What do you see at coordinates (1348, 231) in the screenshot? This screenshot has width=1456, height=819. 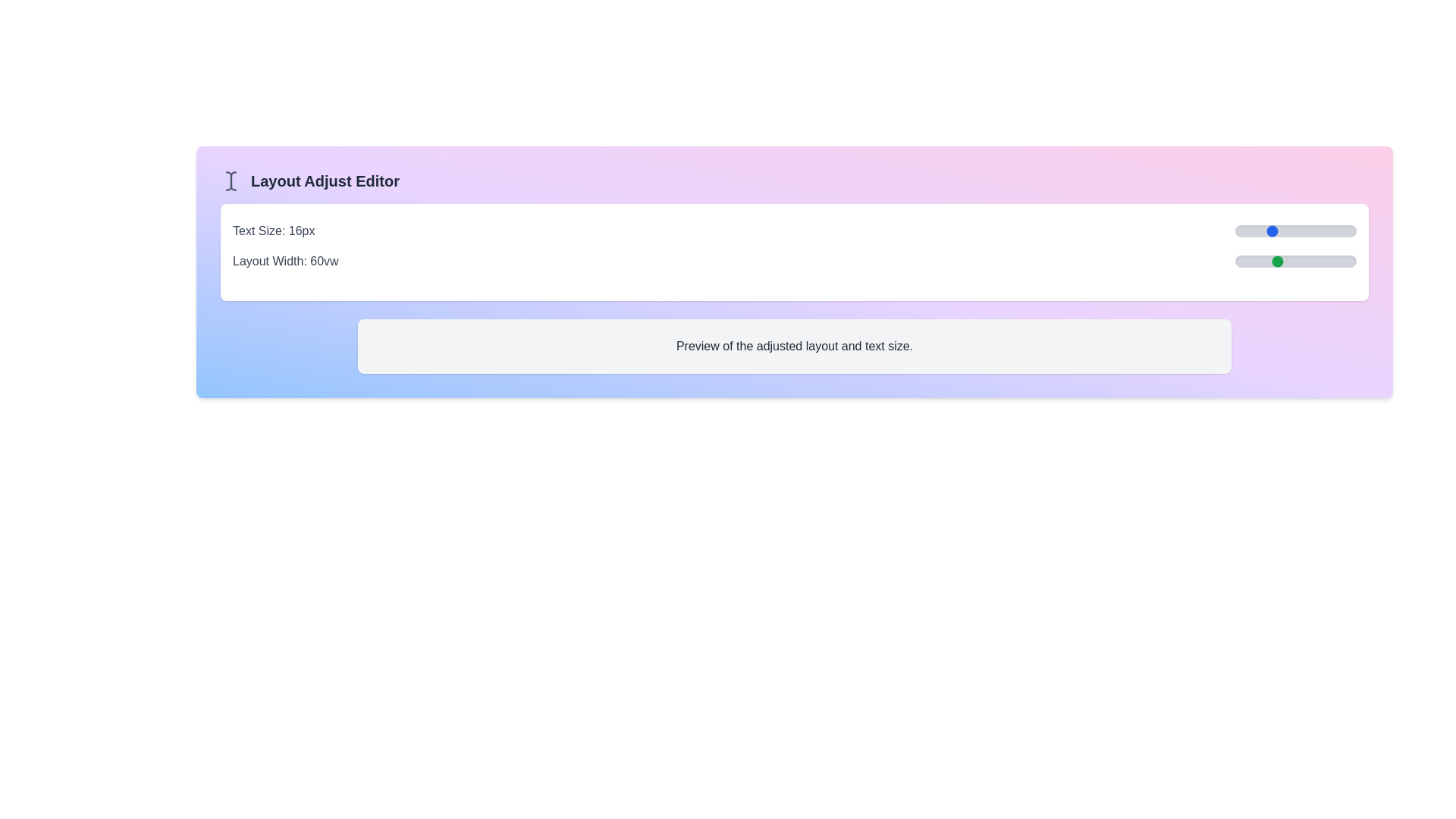 I see `the text size` at bounding box center [1348, 231].